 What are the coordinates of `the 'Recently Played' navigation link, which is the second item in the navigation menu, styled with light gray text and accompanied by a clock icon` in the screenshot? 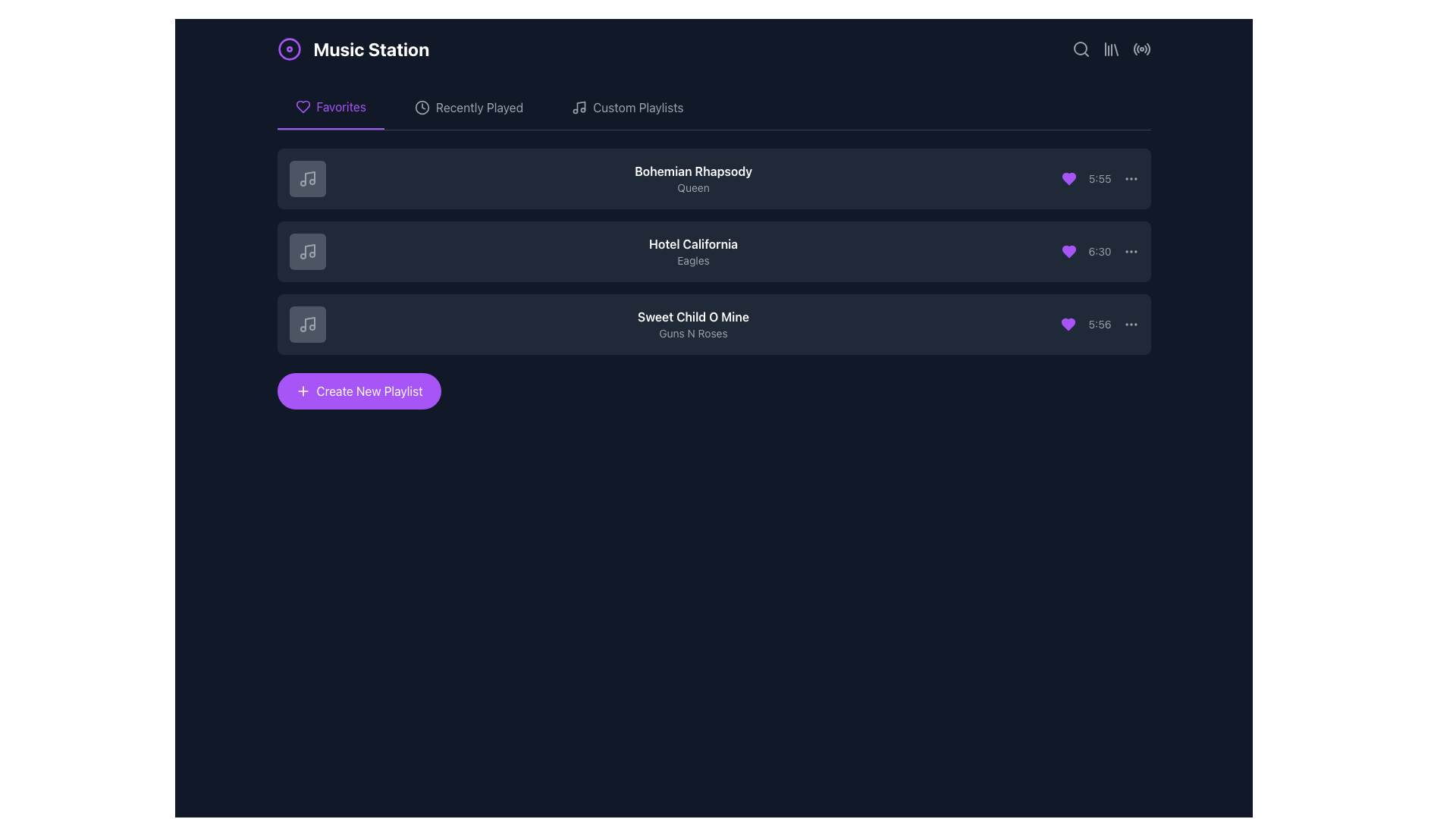 It's located at (479, 107).